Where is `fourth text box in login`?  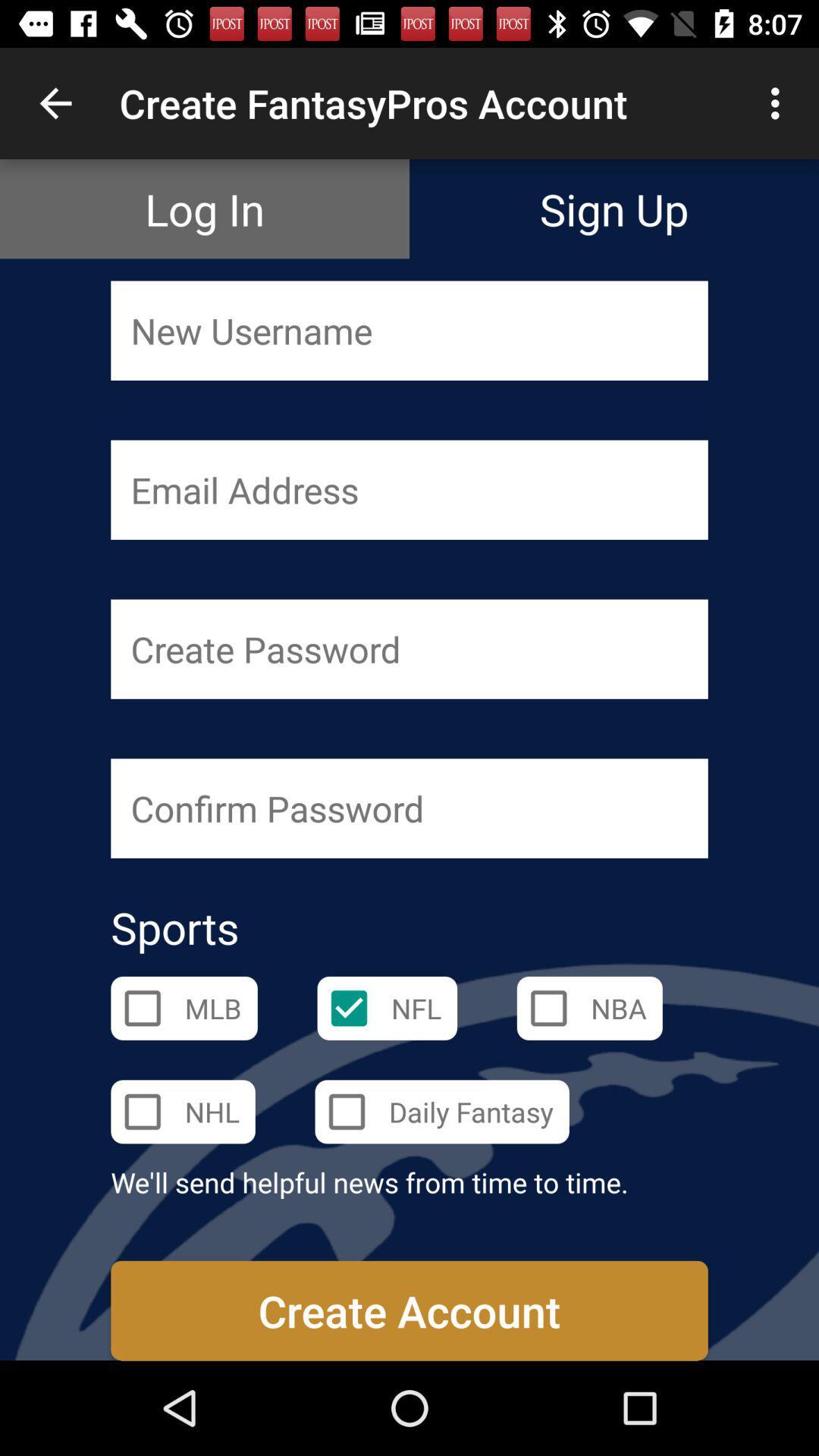
fourth text box in login is located at coordinates (409, 808).